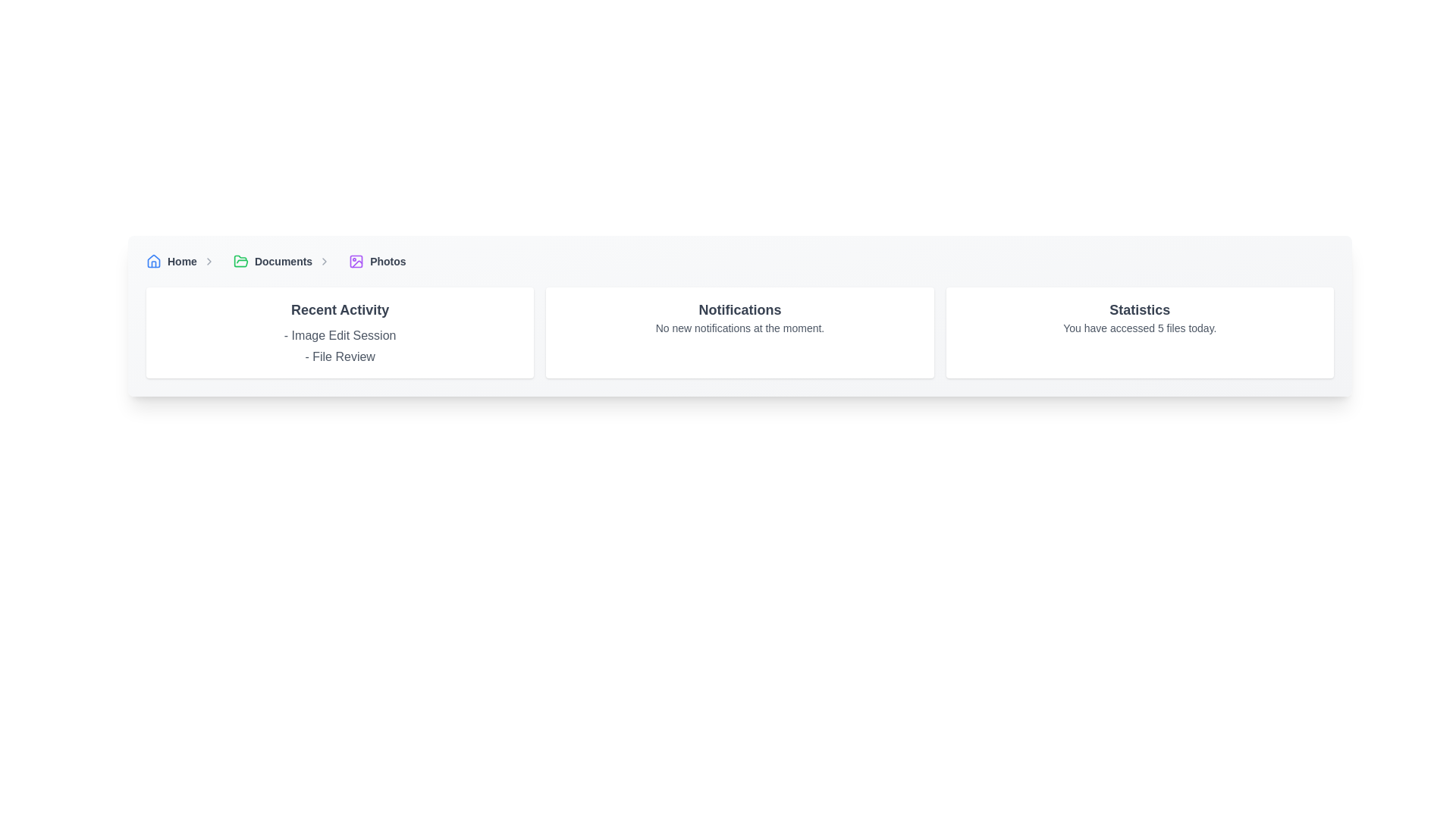  I want to click on the 'Statistics' text label, which is a bold font style located at the top of a white card, positioned above the text 'You have accessed 5 files today.', so click(1140, 309).